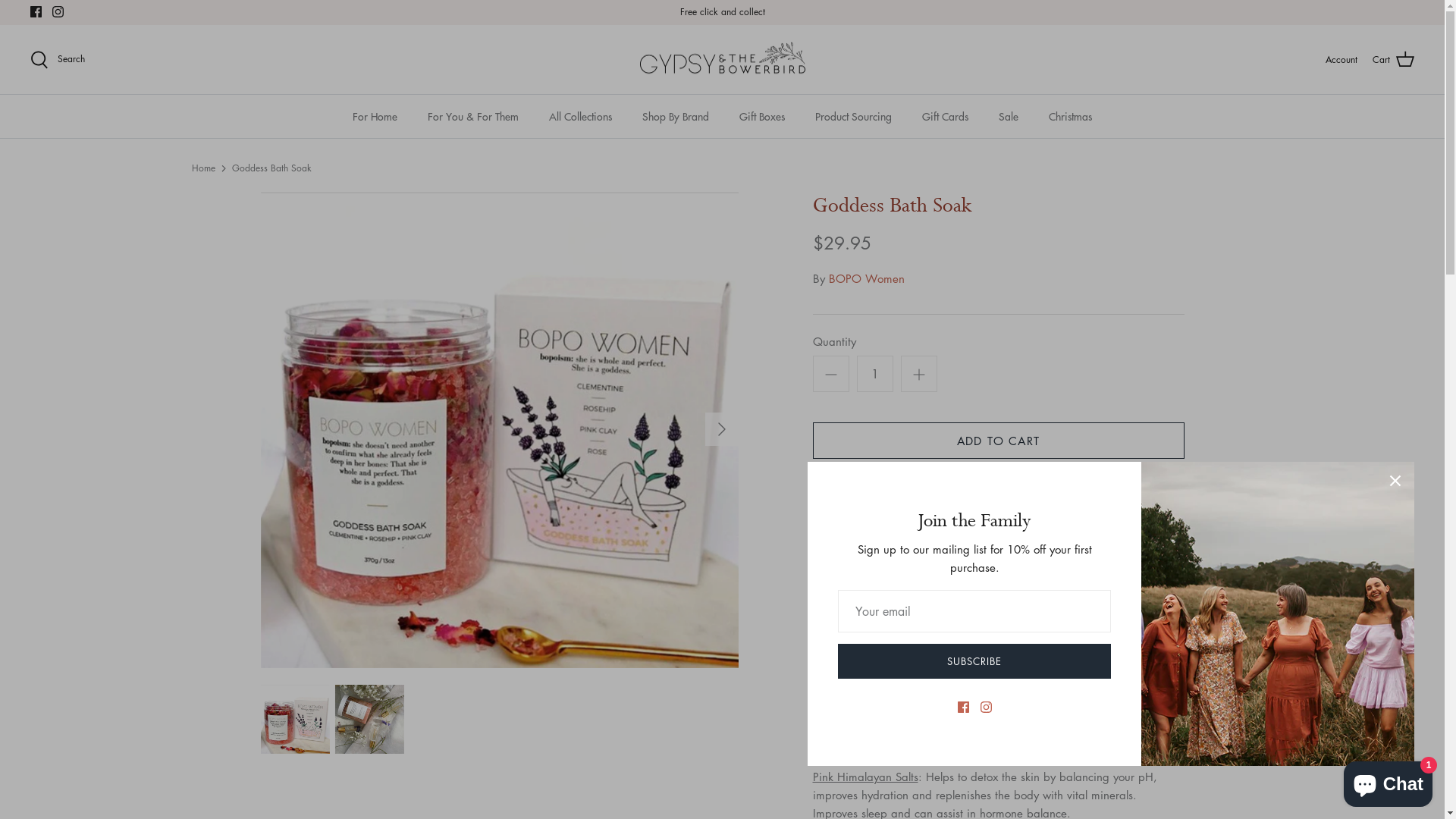 The width and height of the screenshot is (1456, 819). Describe the element at coordinates (1388, 780) in the screenshot. I see `'Shopify online store chat'` at that location.